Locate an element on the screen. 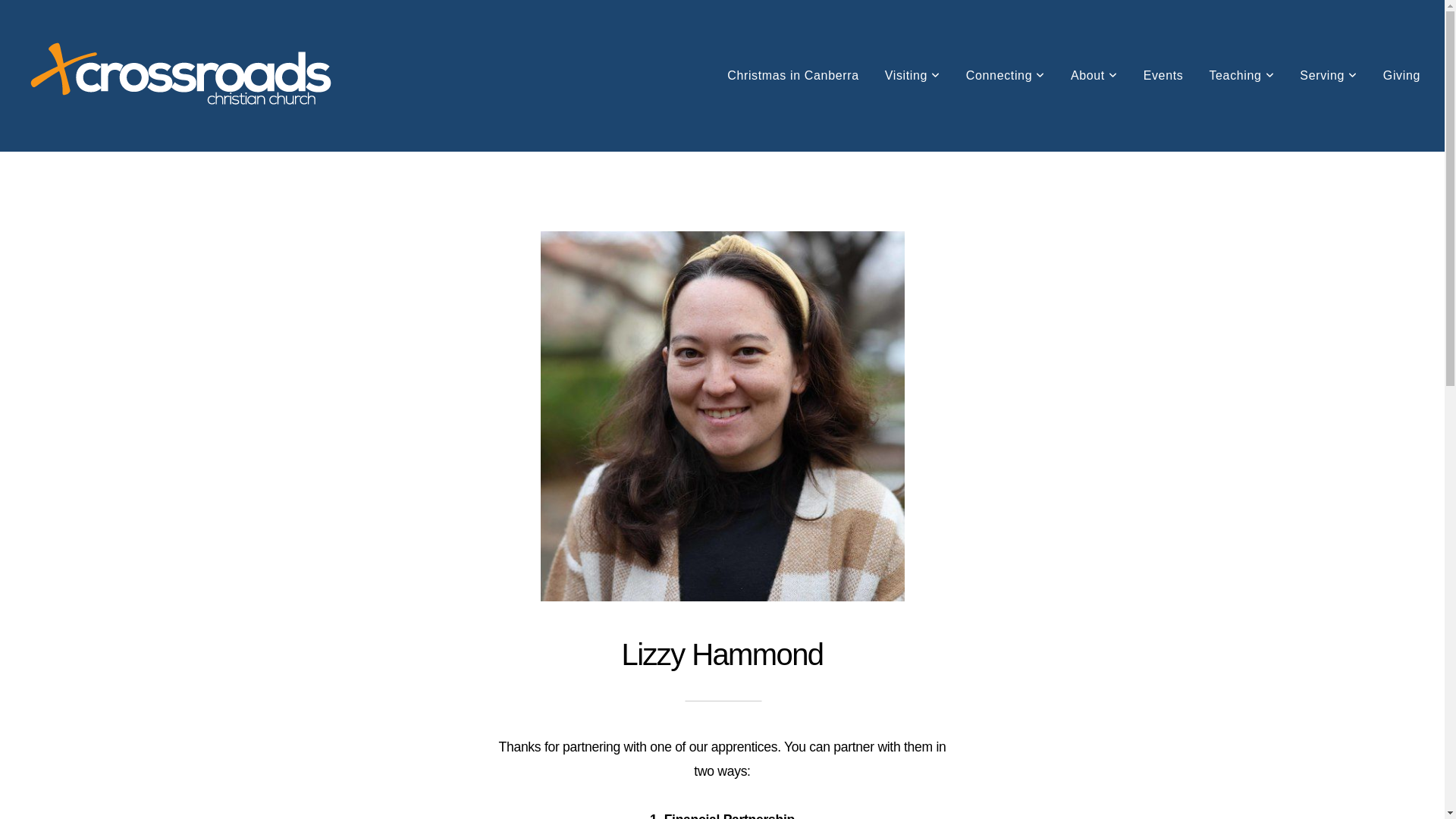 Image resolution: width=1456 pixels, height=819 pixels. 'About ' is located at coordinates (1094, 76).